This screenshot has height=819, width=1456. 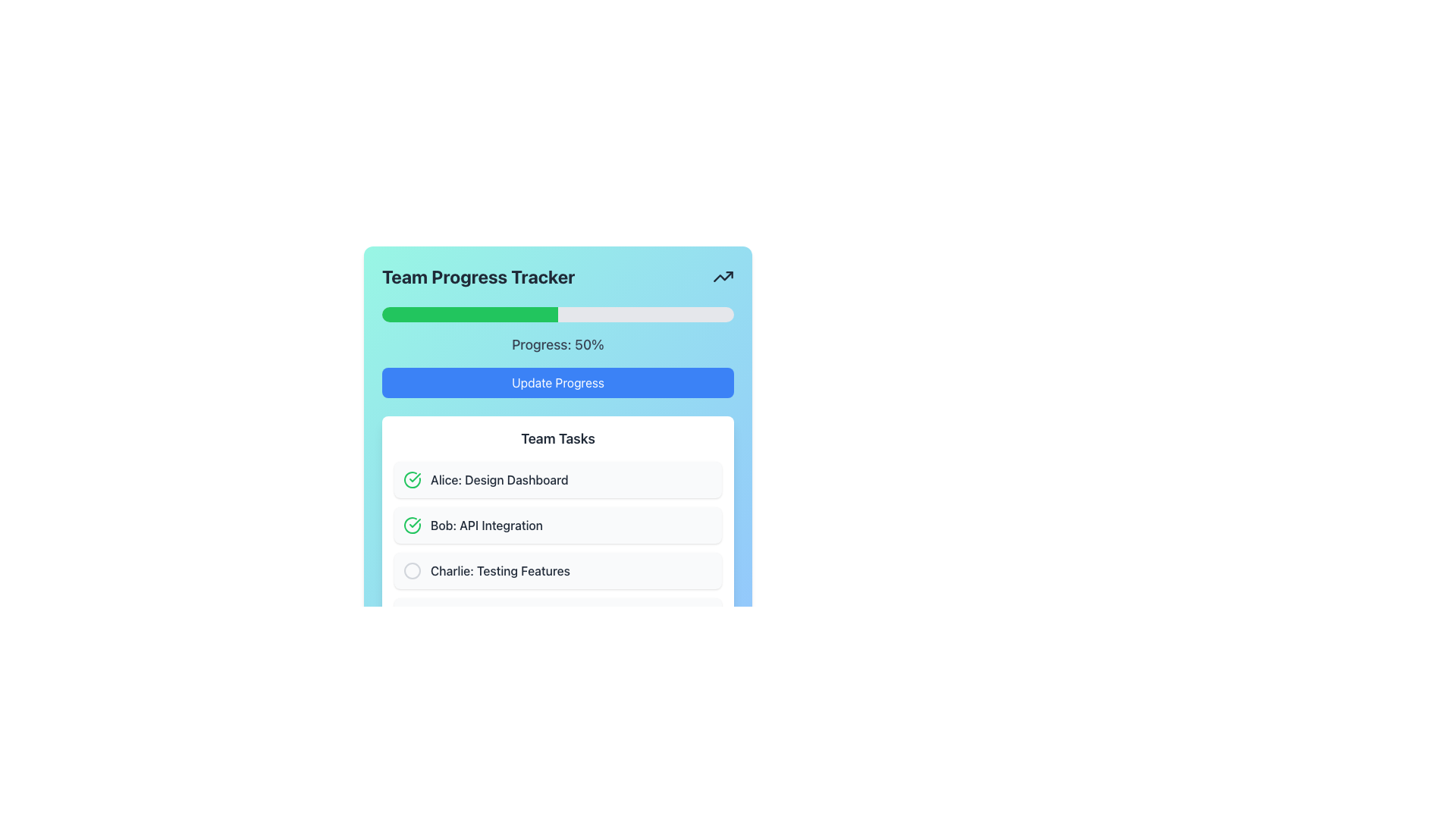 What do you see at coordinates (412, 570) in the screenshot?
I see `the circular icon with a gray outline located to the left of the text 'Charlie: Testing Features'` at bounding box center [412, 570].